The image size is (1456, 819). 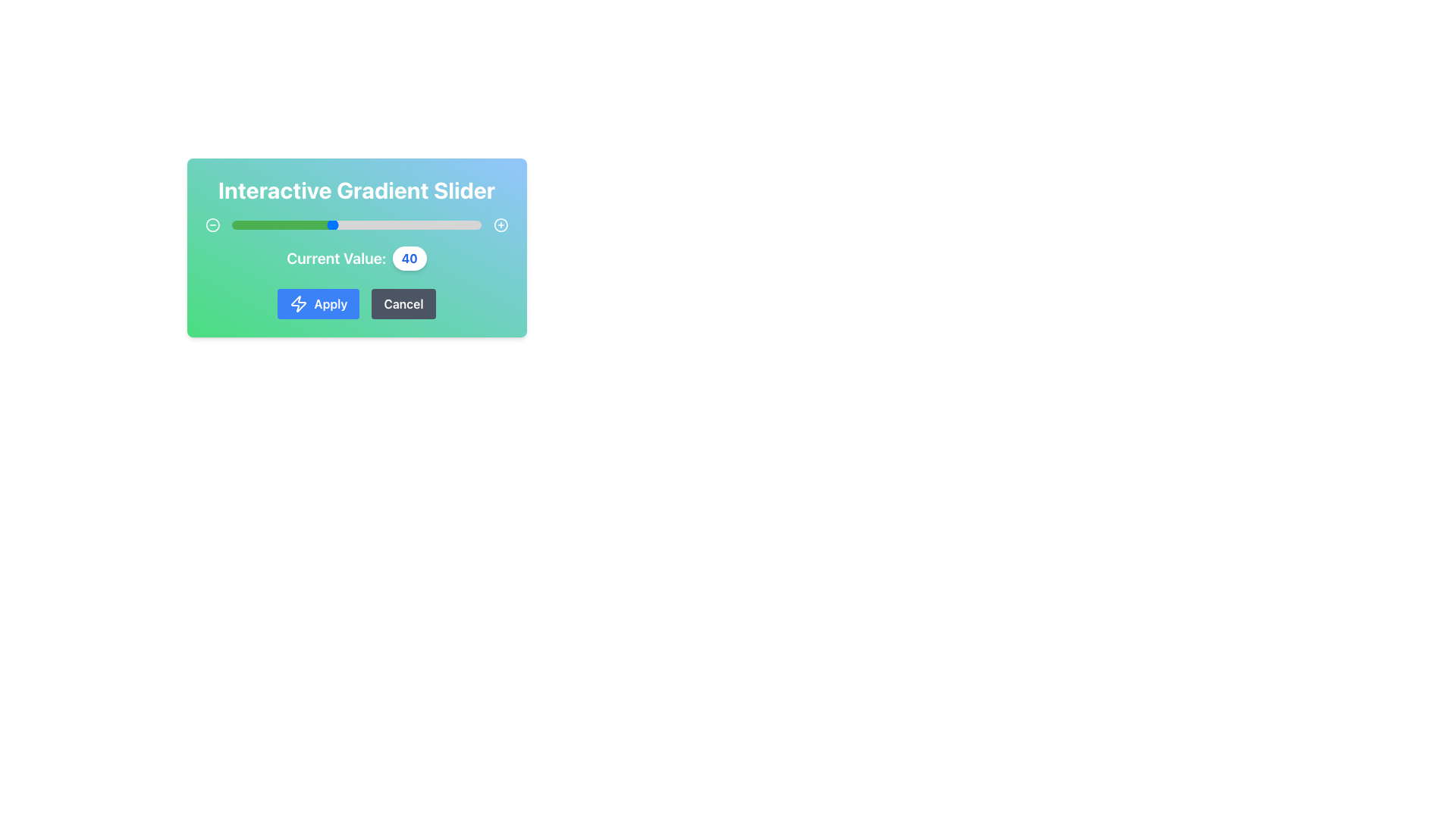 I want to click on the slider's value, so click(x=254, y=225).